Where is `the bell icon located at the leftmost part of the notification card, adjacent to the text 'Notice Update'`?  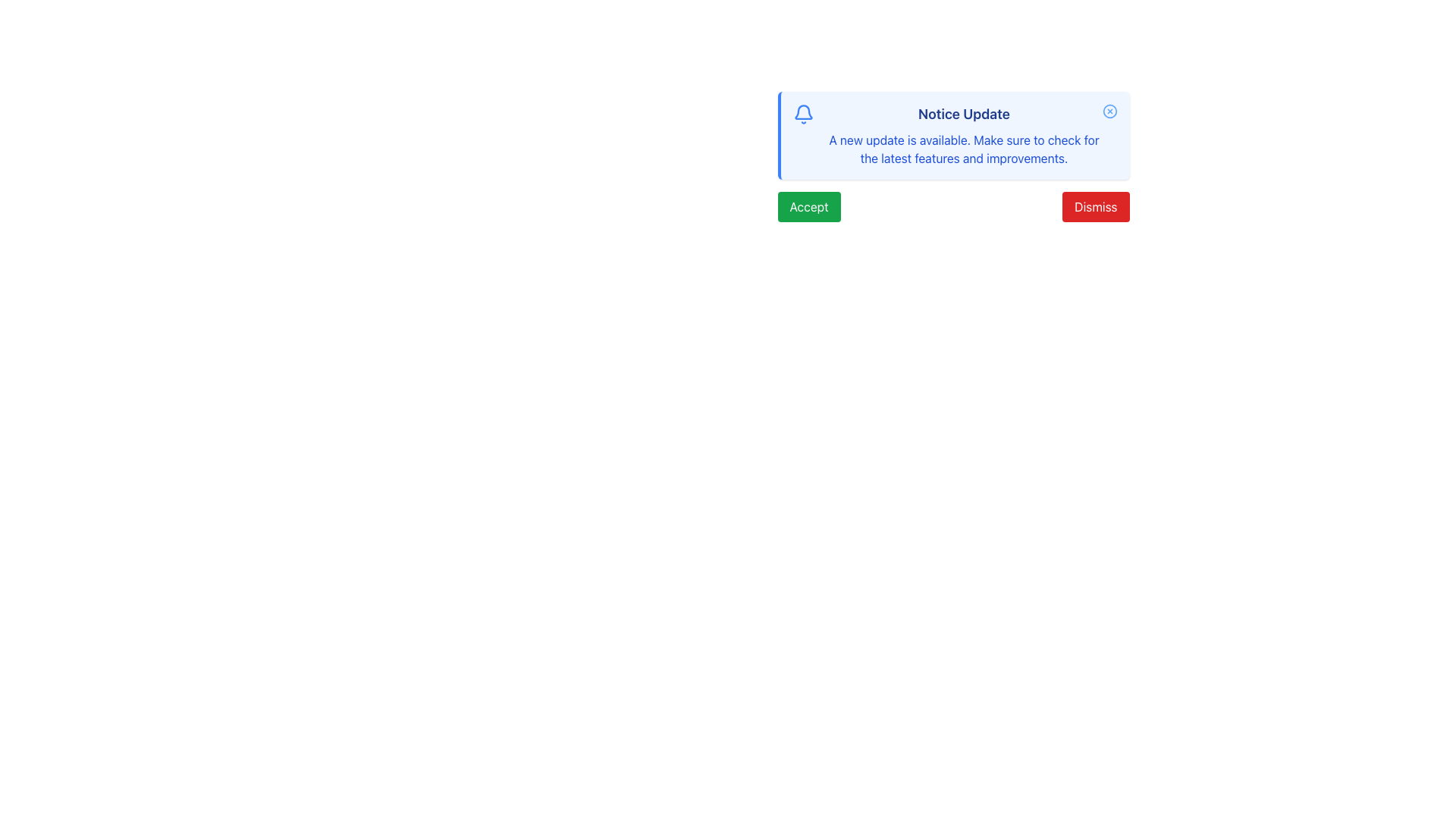 the bell icon located at the leftmost part of the notification card, adjacent to the text 'Notice Update' is located at coordinates (802, 113).